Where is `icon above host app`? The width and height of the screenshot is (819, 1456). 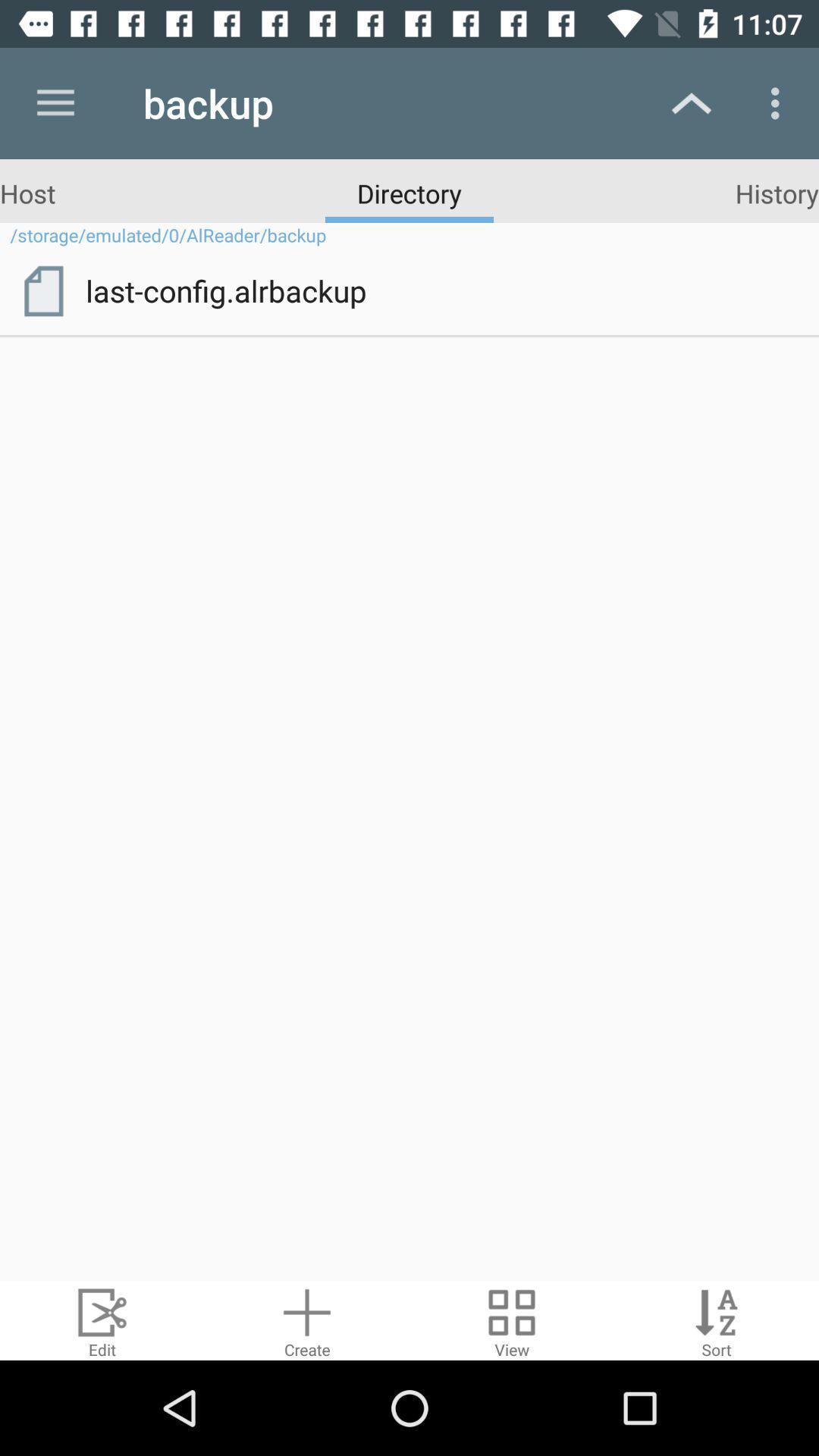
icon above host app is located at coordinates (55, 102).